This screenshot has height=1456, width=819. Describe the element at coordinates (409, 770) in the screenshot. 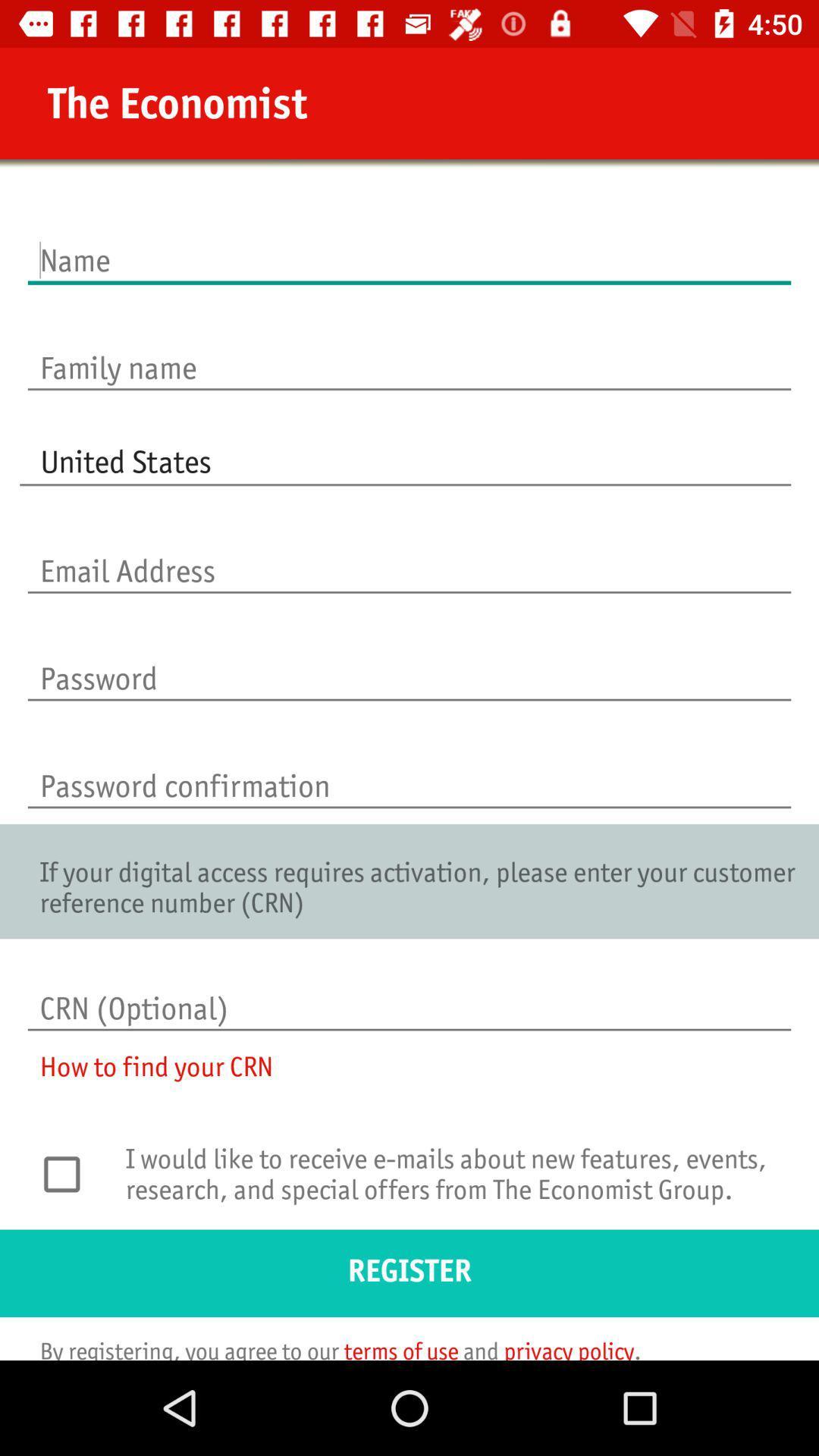

I see `confirm password` at that location.